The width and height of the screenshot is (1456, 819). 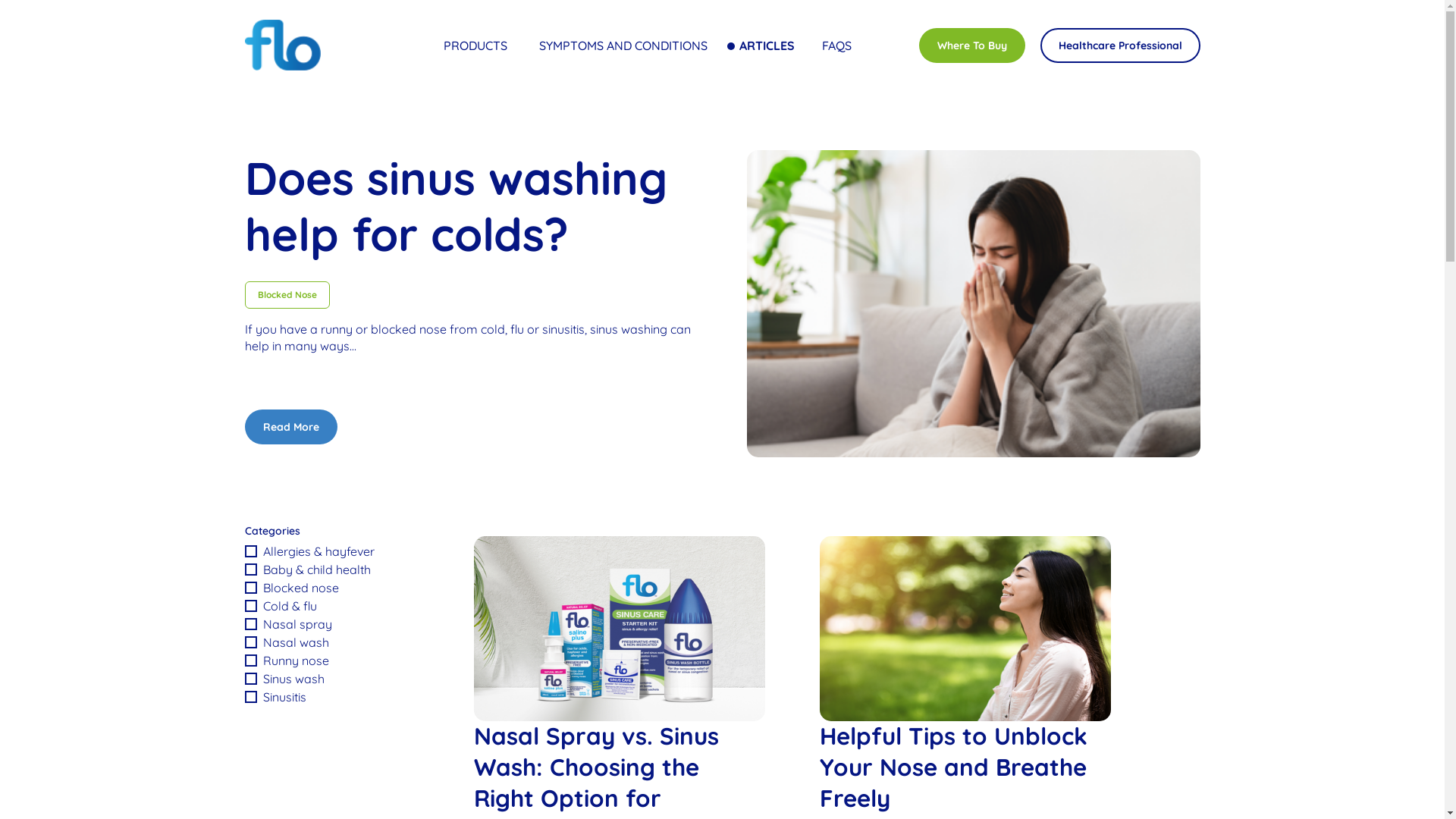 What do you see at coordinates (476, 45) in the screenshot?
I see `'PRODUCTS'` at bounding box center [476, 45].